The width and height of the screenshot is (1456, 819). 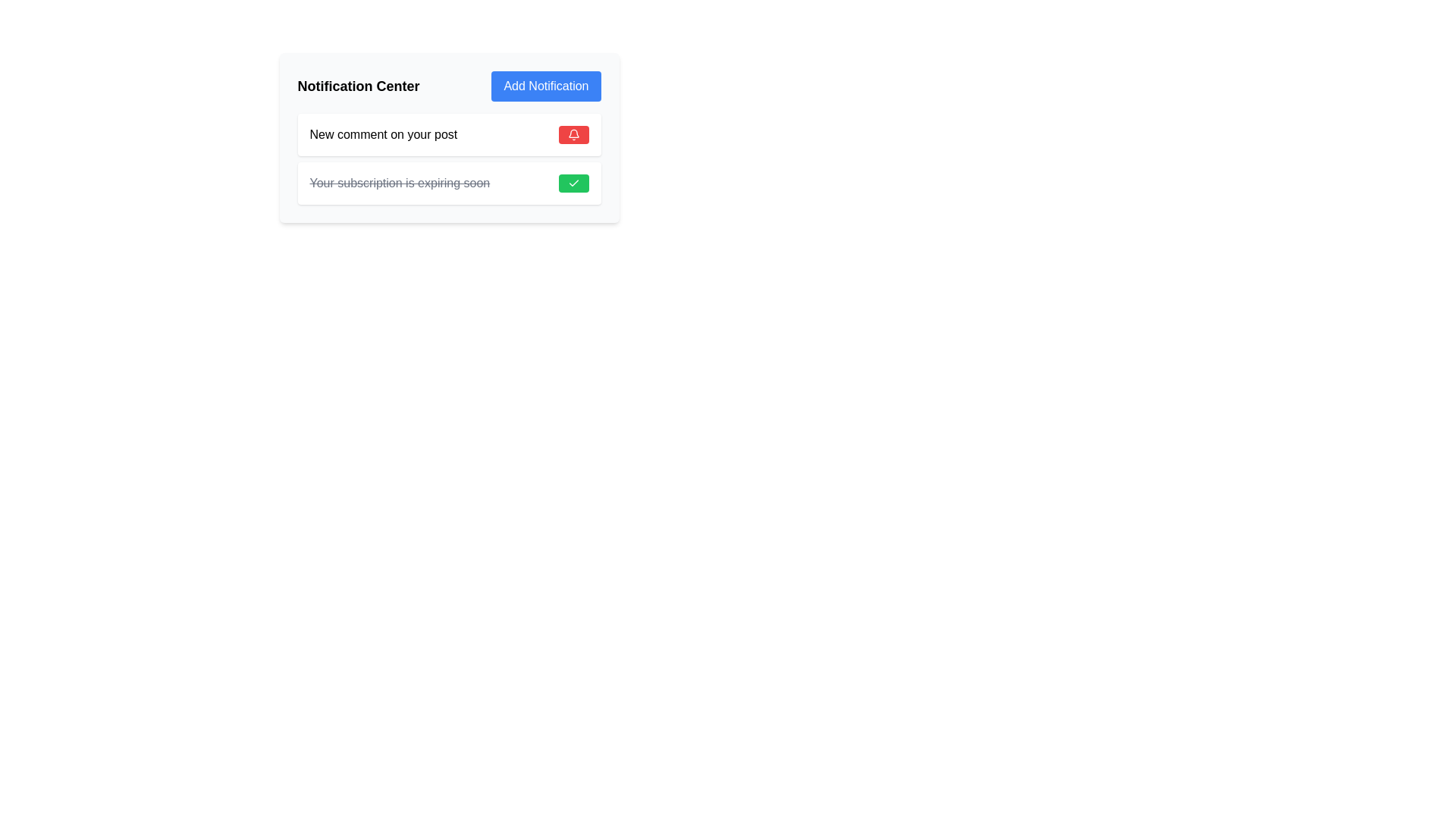 I want to click on the green confirmation button with a white checkmark icon, located to the far right of the text 'Your subscription is expiring soon.', so click(x=573, y=183).